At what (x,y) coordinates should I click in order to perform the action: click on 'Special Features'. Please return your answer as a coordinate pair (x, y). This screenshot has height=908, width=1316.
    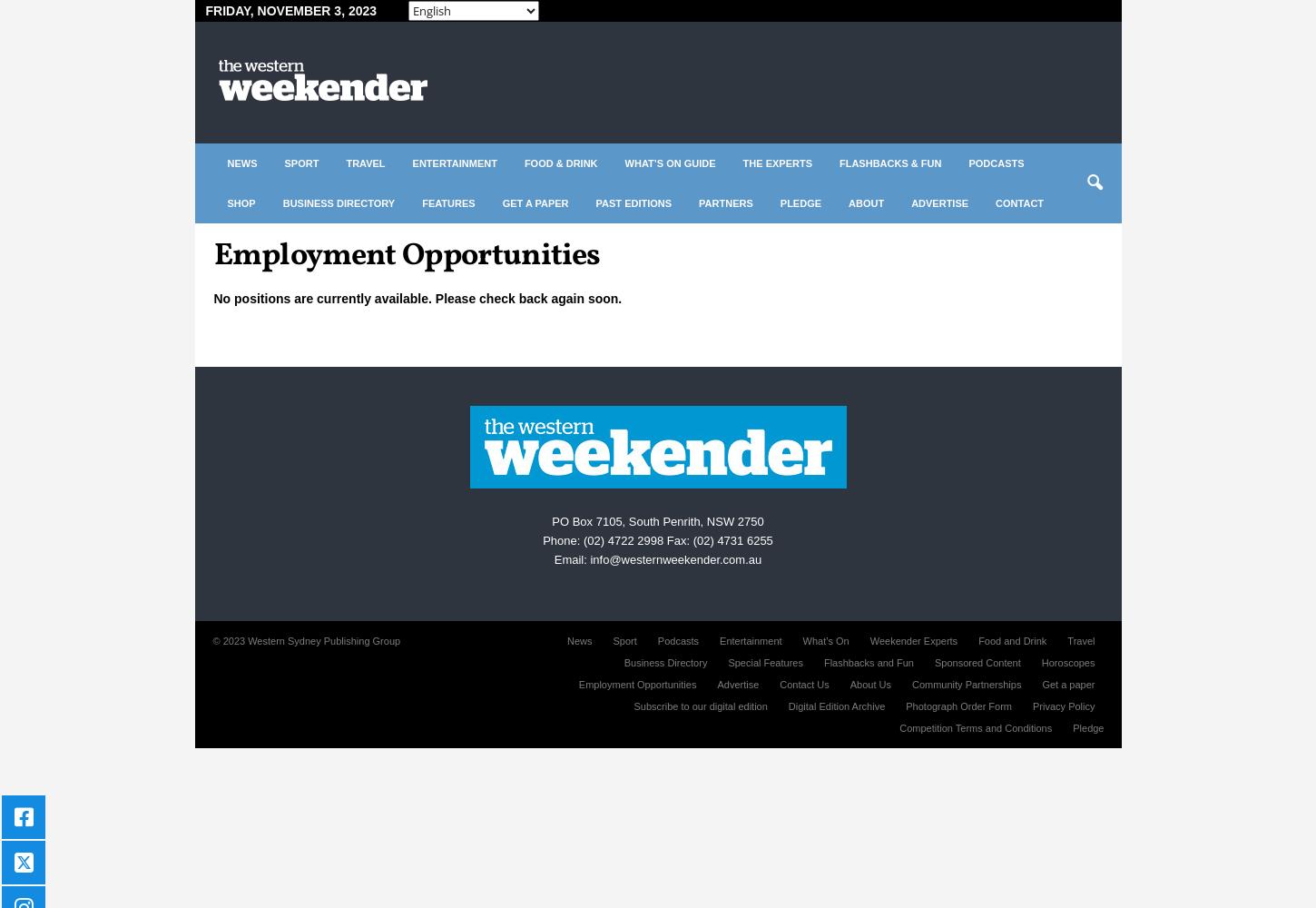
    Looking at the image, I should click on (727, 662).